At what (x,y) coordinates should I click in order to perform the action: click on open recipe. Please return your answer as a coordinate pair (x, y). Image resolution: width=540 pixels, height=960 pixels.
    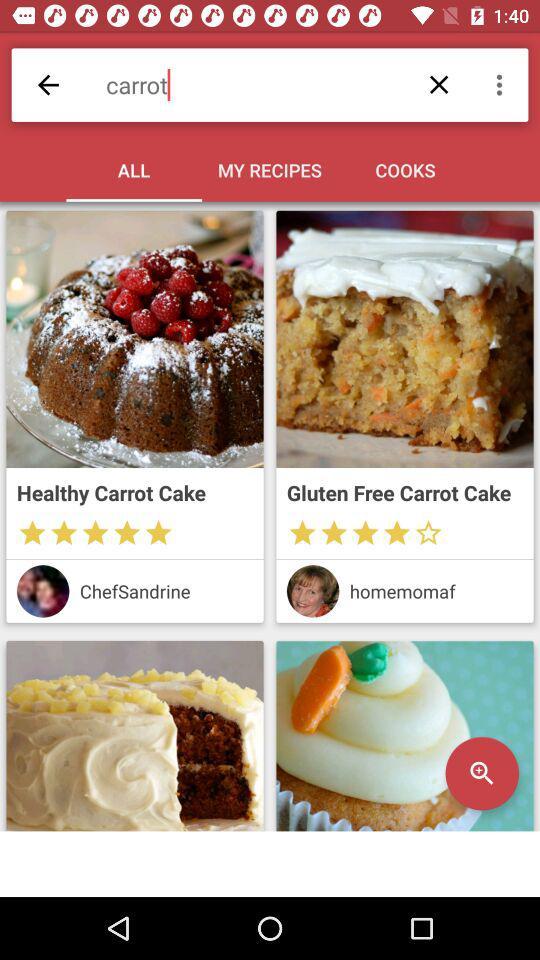
    Looking at the image, I should click on (405, 735).